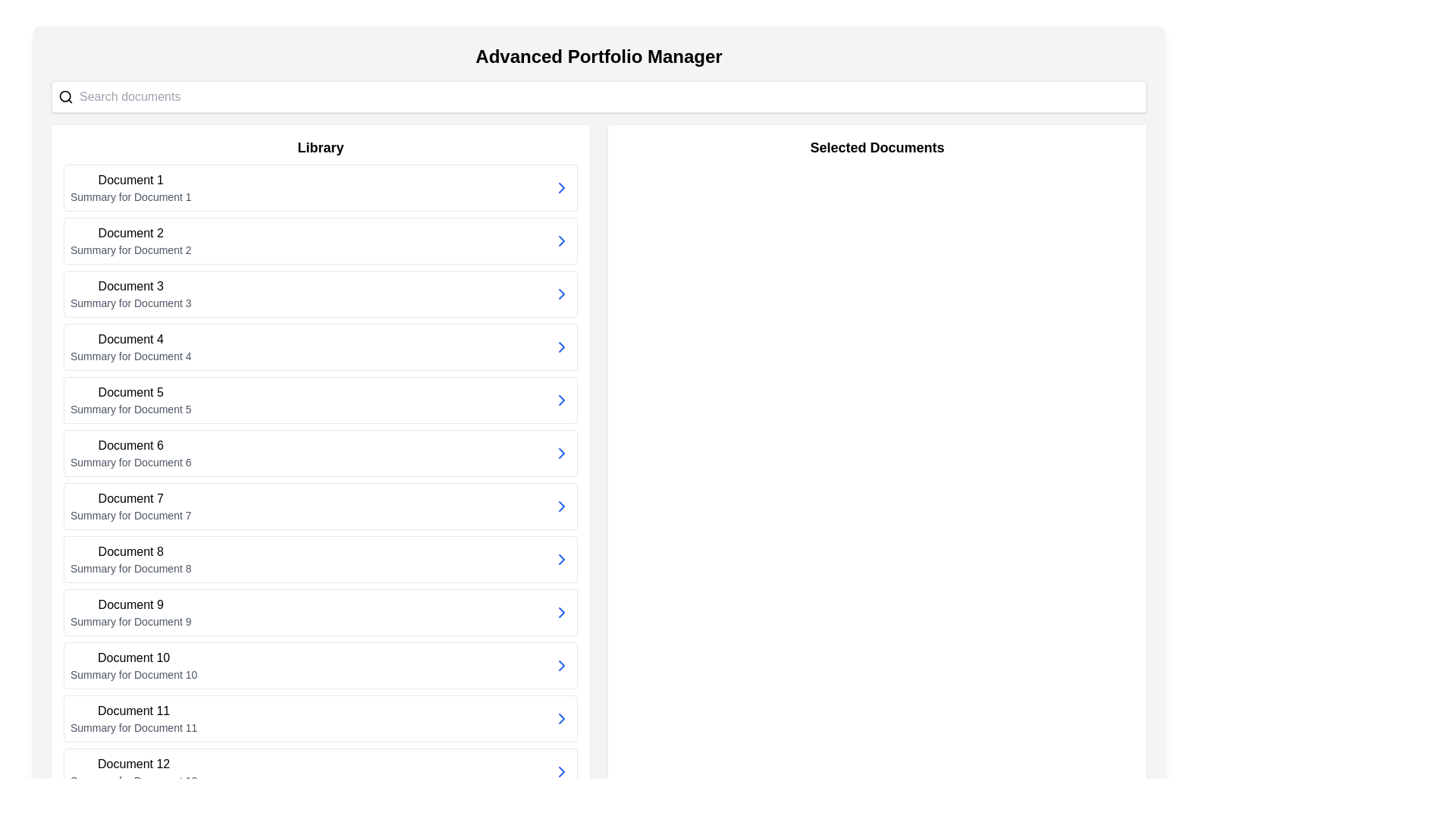 The height and width of the screenshot is (819, 1456). Describe the element at coordinates (560, 452) in the screenshot. I see `the right-pointing chevron icon within the SVG graphic in the 'Library' section next to 'Document 6'` at that location.